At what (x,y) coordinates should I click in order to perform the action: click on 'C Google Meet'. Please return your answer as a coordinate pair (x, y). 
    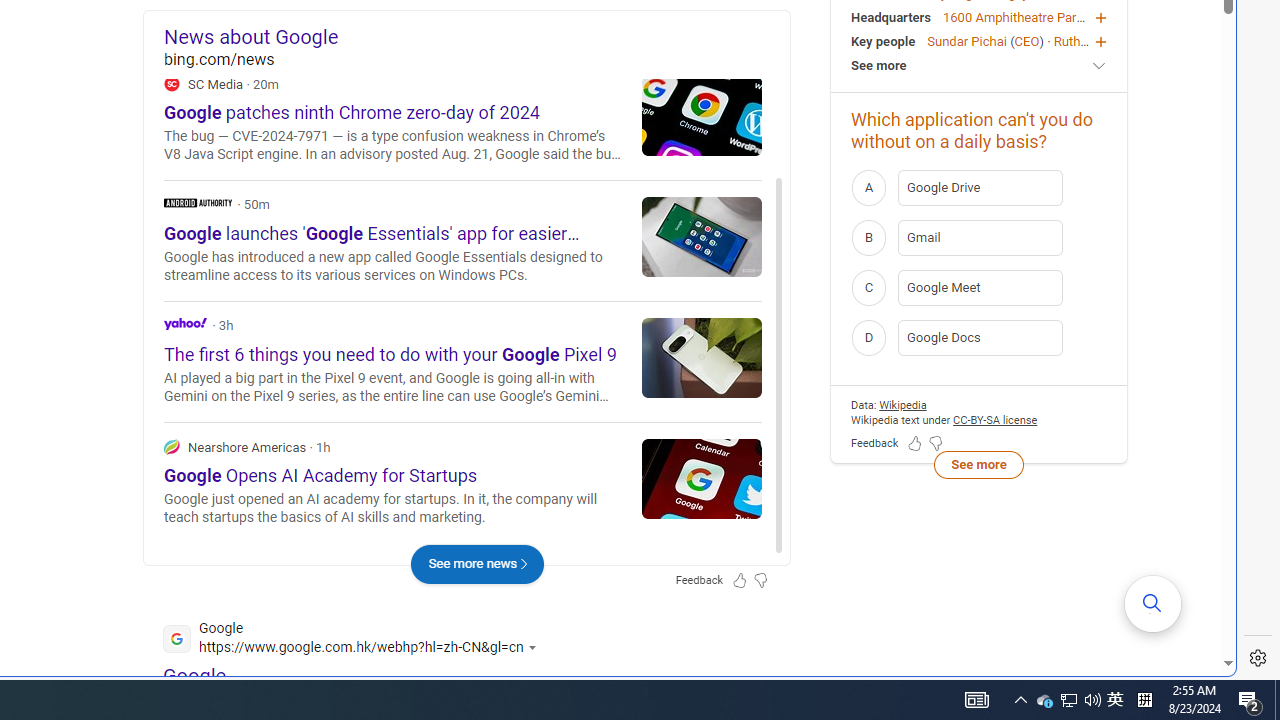
    Looking at the image, I should click on (979, 287).